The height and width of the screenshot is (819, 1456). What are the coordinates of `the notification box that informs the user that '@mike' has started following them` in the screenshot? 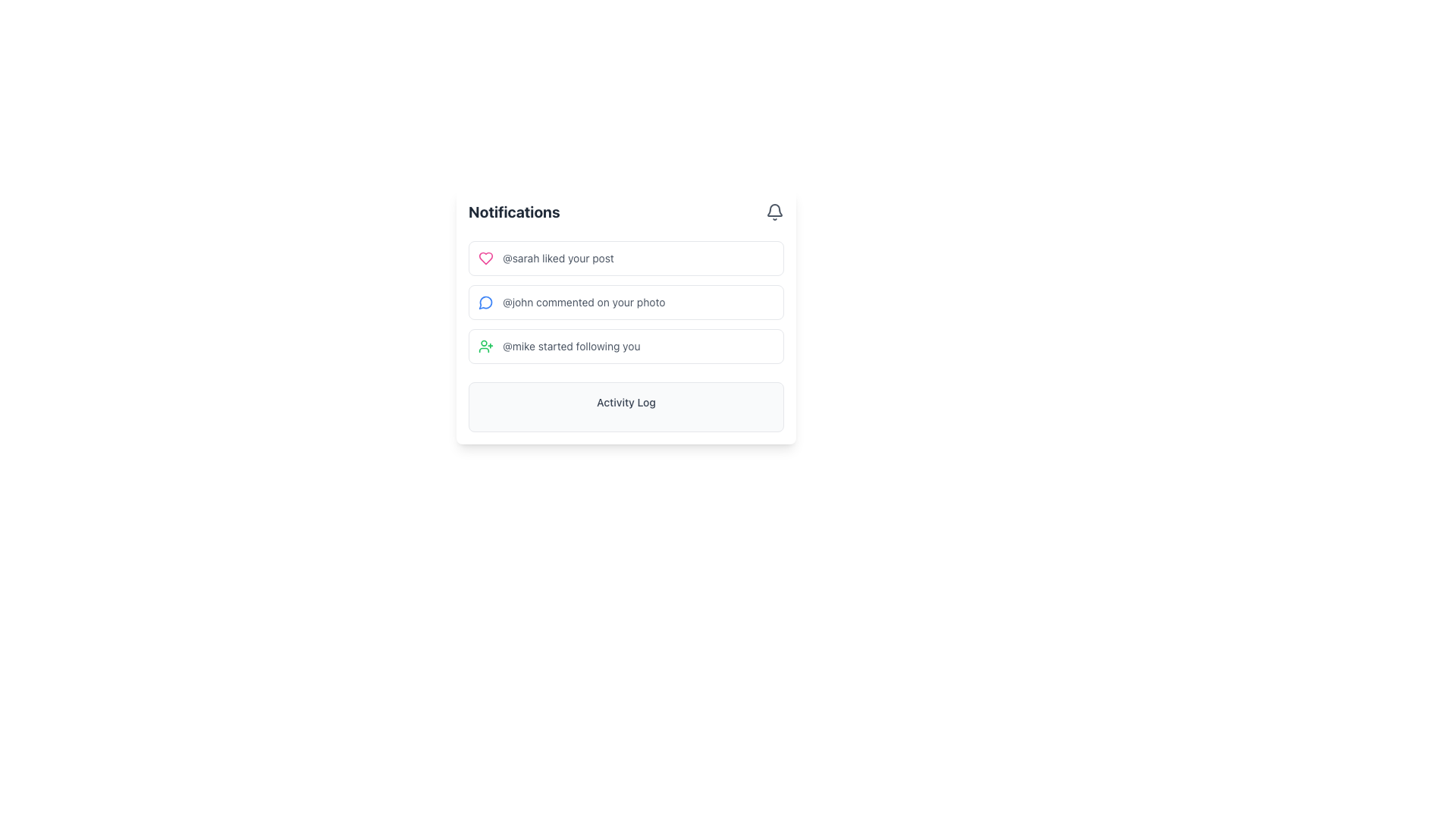 It's located at (626, 346).